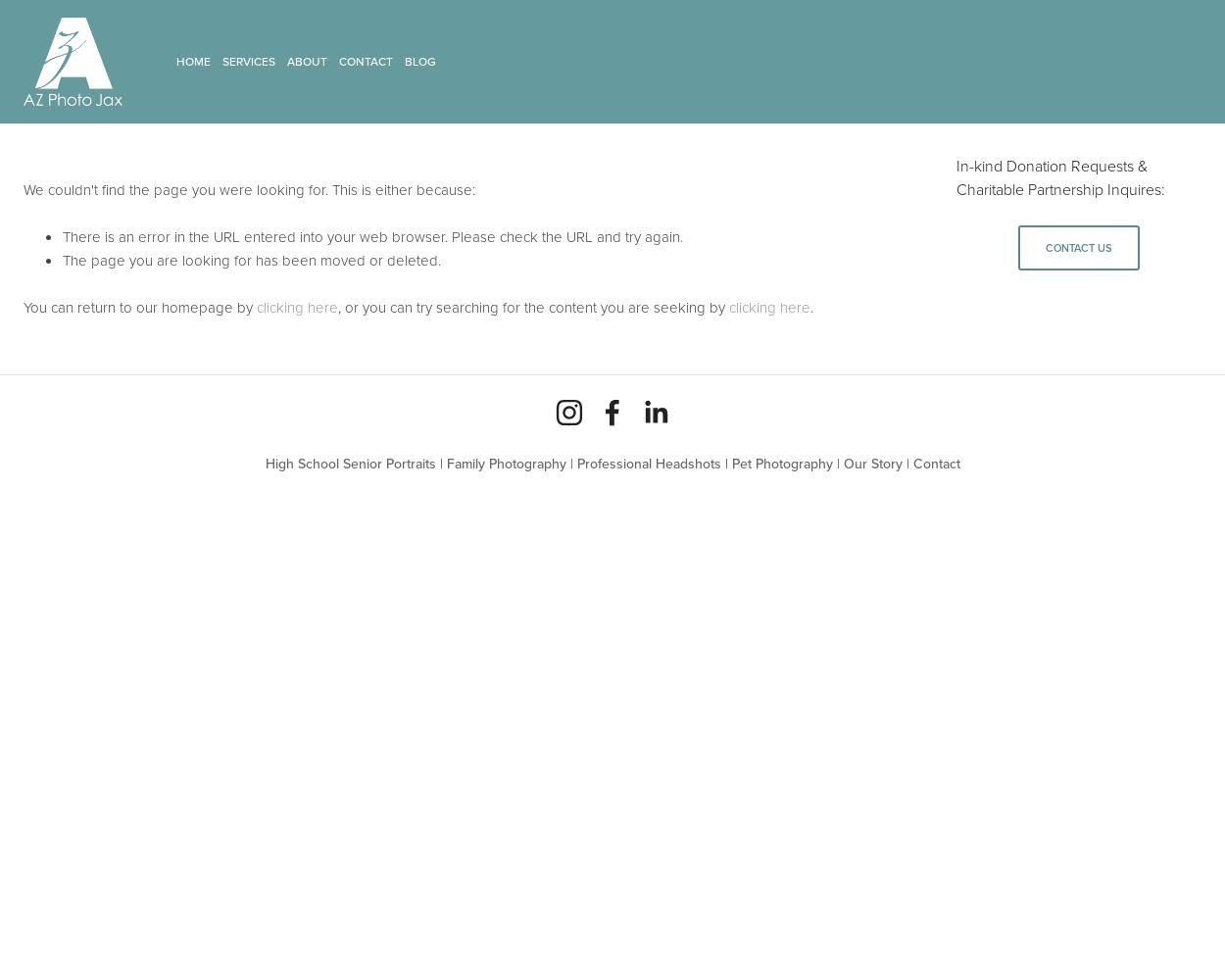 The image size is (1225, 980). I want to click on 'High School Senior', so click(321, 463).